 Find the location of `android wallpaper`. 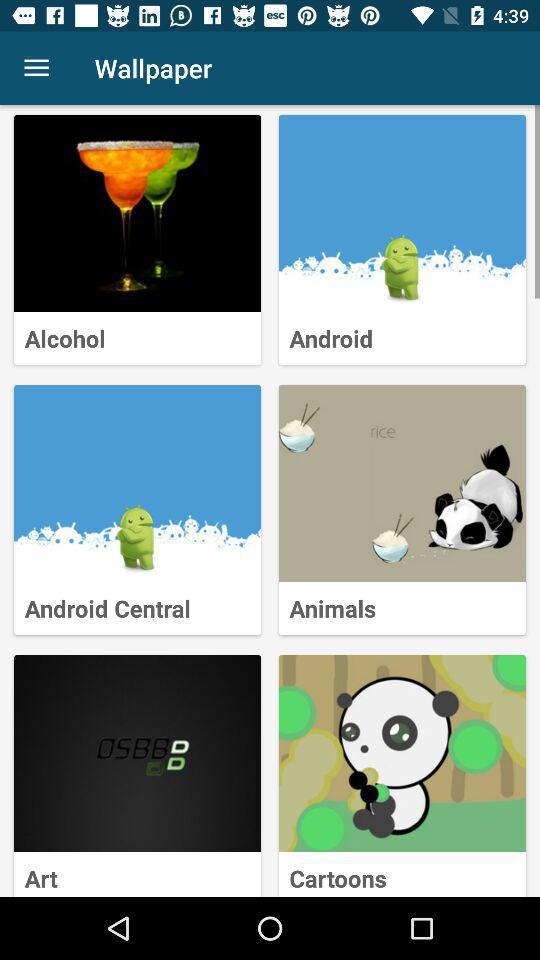

android wallpaper is located at coordinates (402, 213).